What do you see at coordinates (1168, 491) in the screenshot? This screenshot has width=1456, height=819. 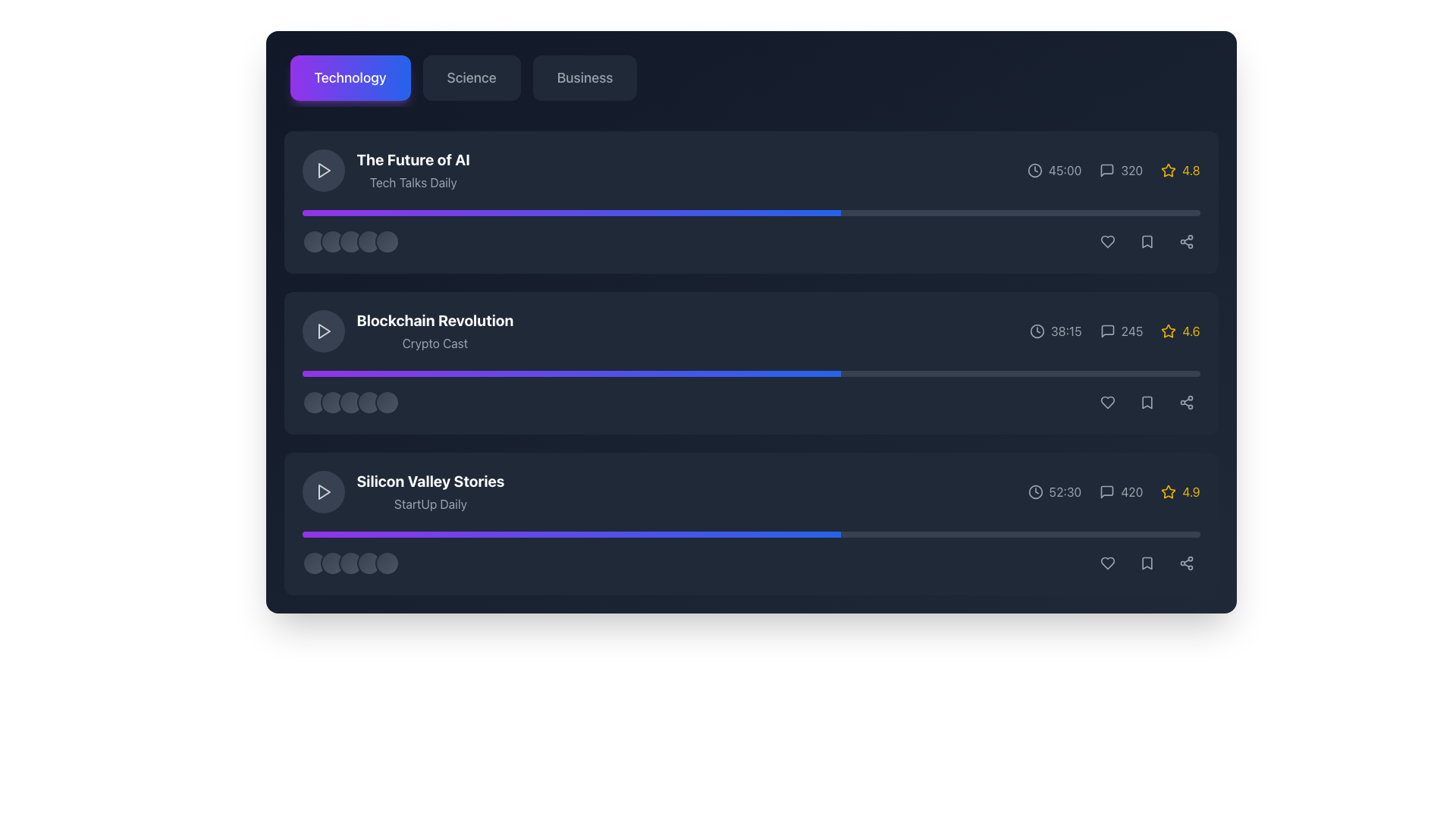 I see `the golden star icon used for rating or marking favorites, located in the bottom-right corner of the 'Silicon Valley Stories' podcast section, adjacent to the rating '4.9'` at bounding box center [1168, 491].